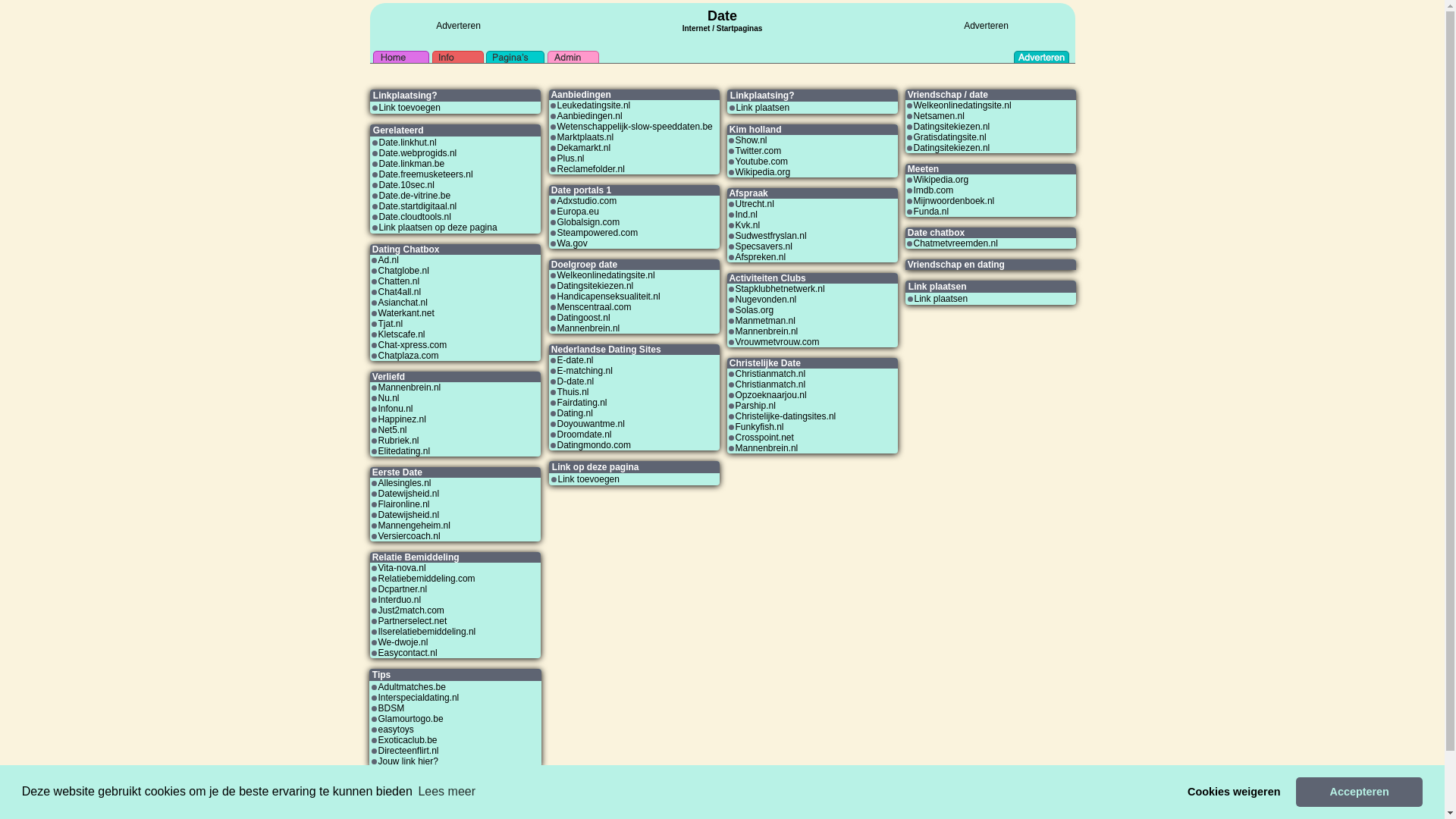 The image size is (1456, 819). I want to click on 'Gratisdatingsite.nl', so click(949, 137).